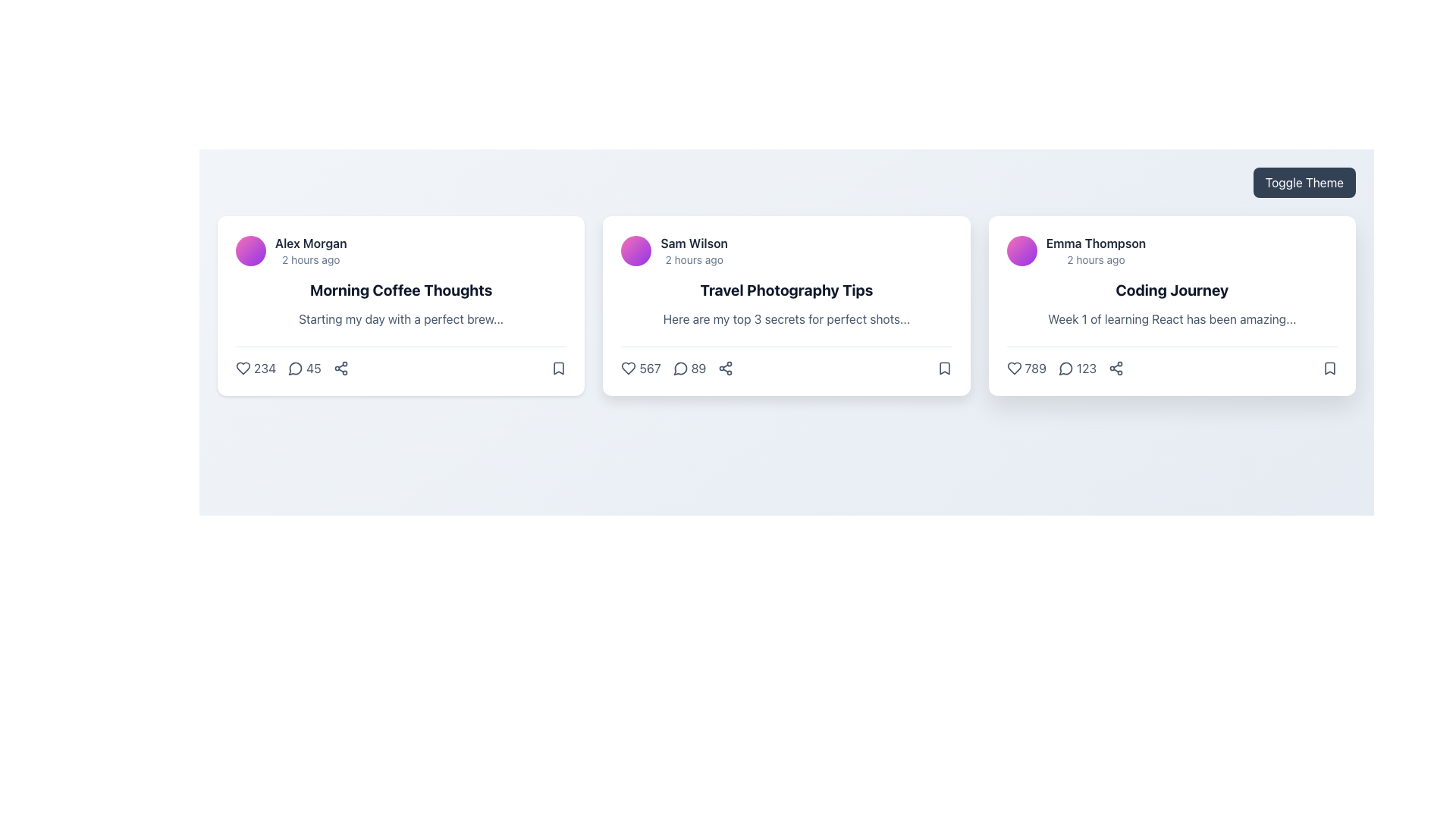  I want to click on the circular gradient element located to the left of 'Sam Wilson' and above '2 hours ago', so click(636, 250).